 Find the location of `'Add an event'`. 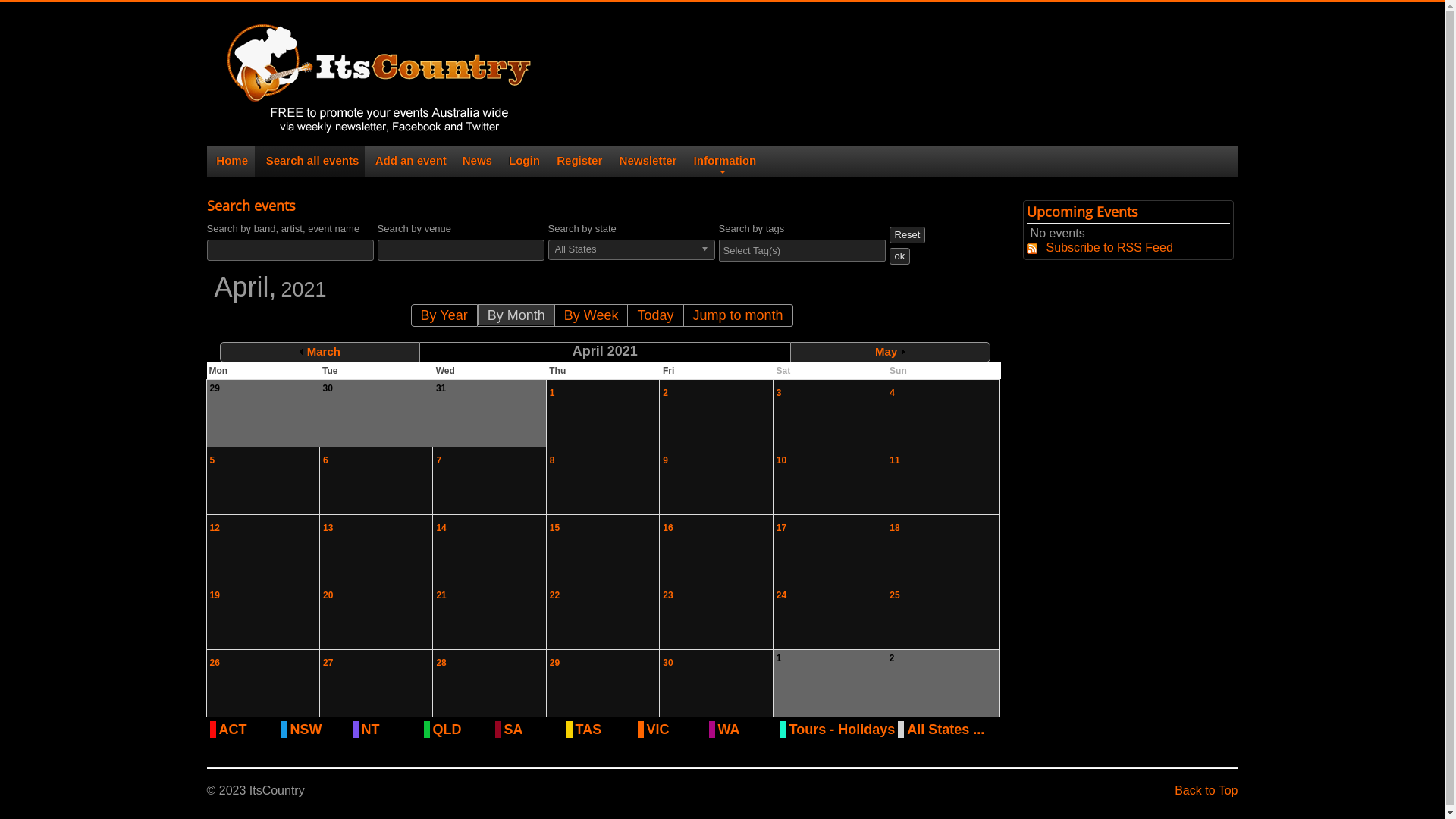

'Add an event' is located at coordinates (408, 161).